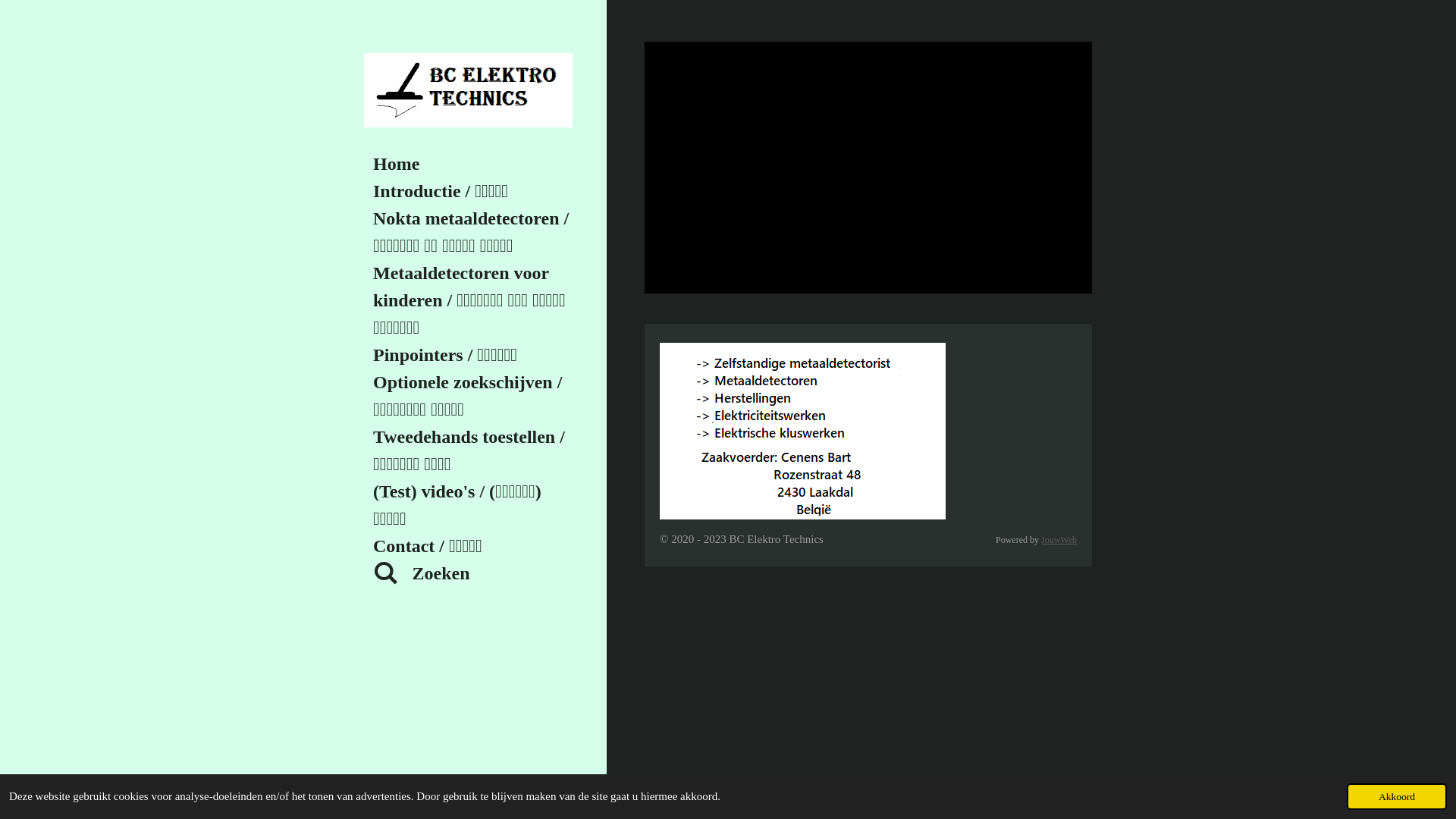  Describe the element at coordinates (467, 90) in the screenshot. I see `'BC Elektro Technics'` at that location.